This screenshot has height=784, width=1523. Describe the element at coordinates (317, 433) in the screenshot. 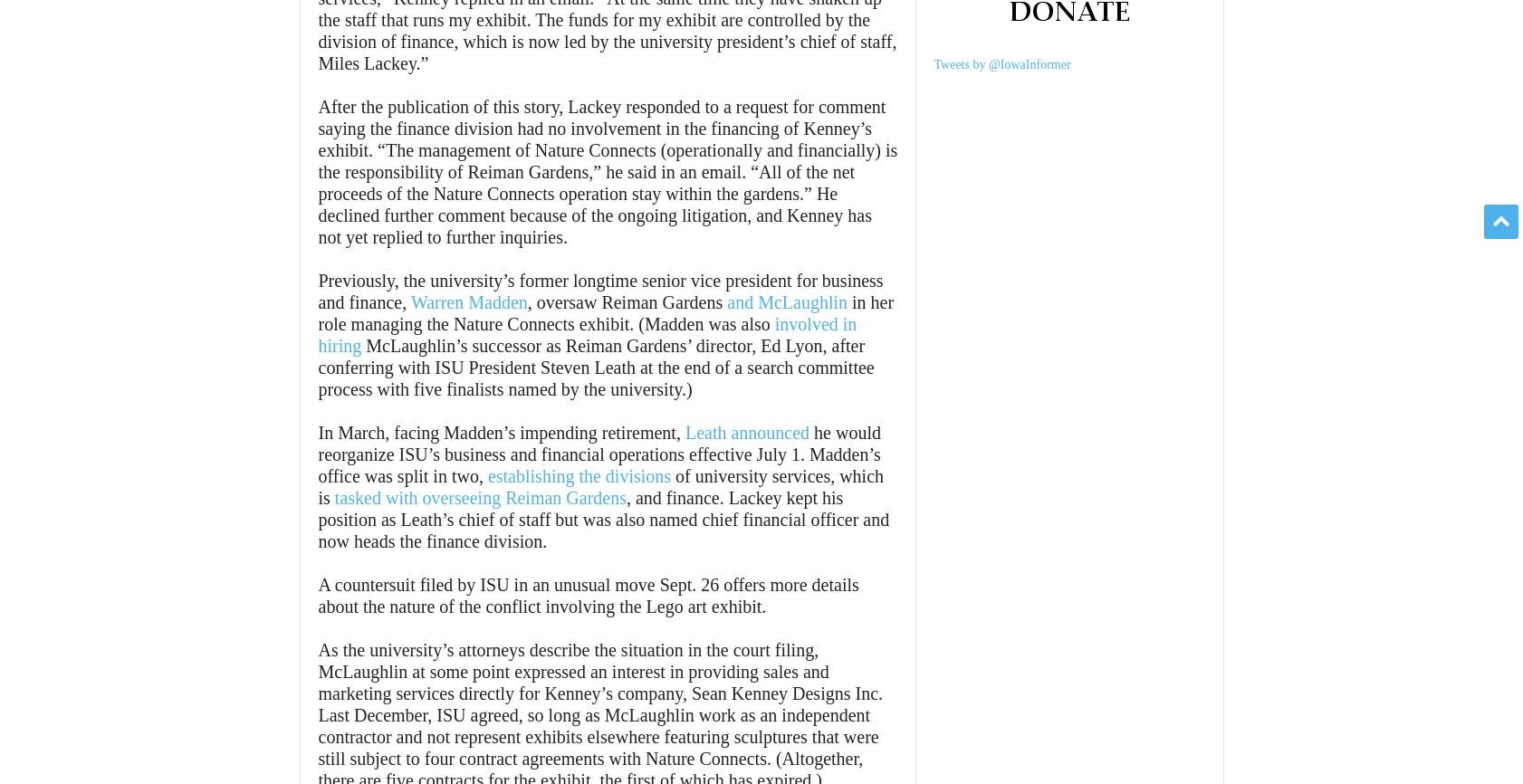

I see `'In March, facing Madden’s impending retirement,'` at that location.